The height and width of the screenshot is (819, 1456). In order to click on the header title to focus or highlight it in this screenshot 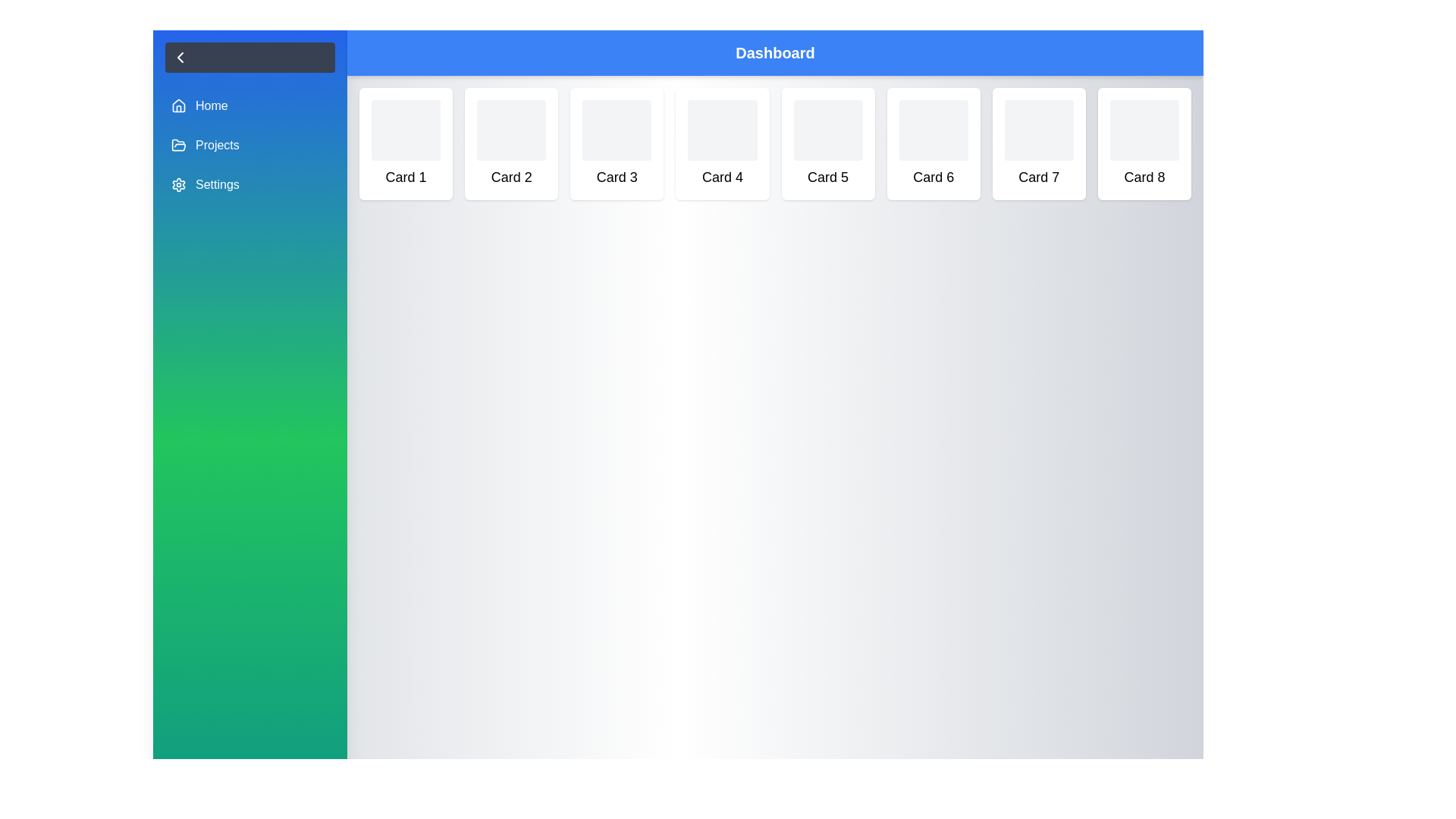, I will do `click(775, 52)`.